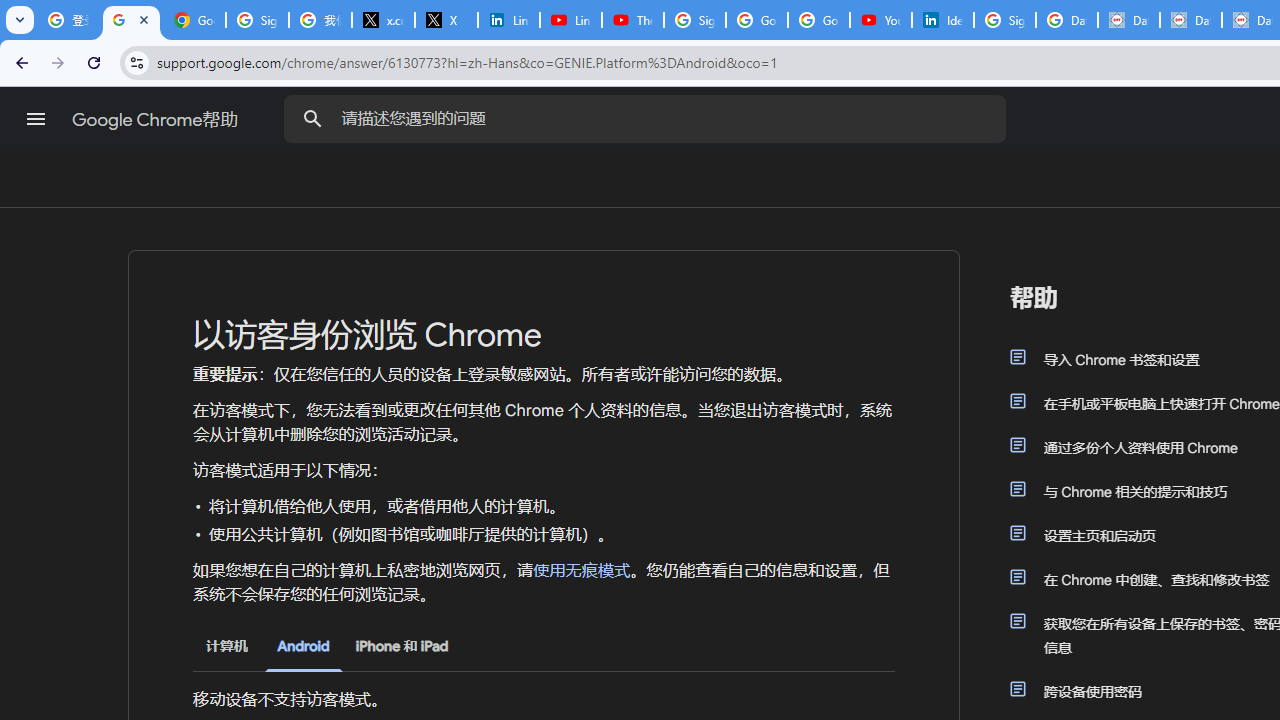 The image size is (1280, 720). Describe the element at coordinates (256, 20) in the screenshot. I see `'Sign in - Google Accounts'` at that location.